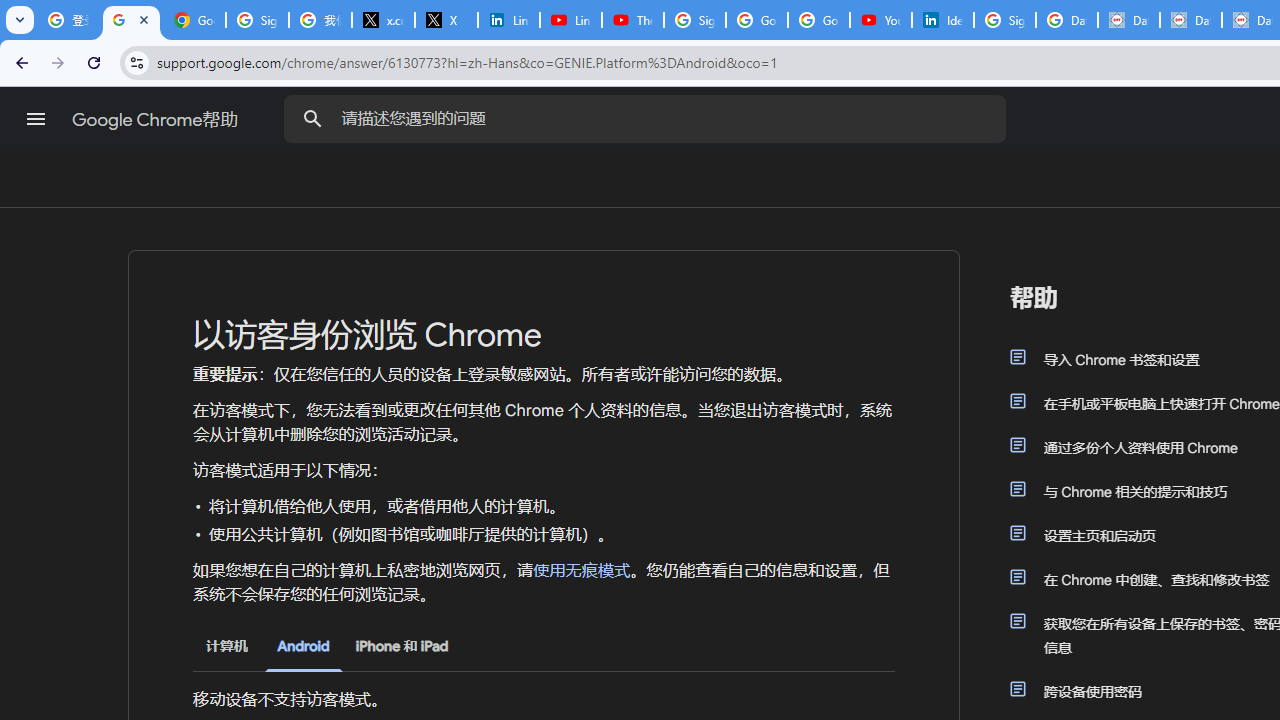 The image size is (1280, 720). Describe the element at coordinates (256, 20) in the screenshot. I see `'Sign in - Google Accounts'` at that location.